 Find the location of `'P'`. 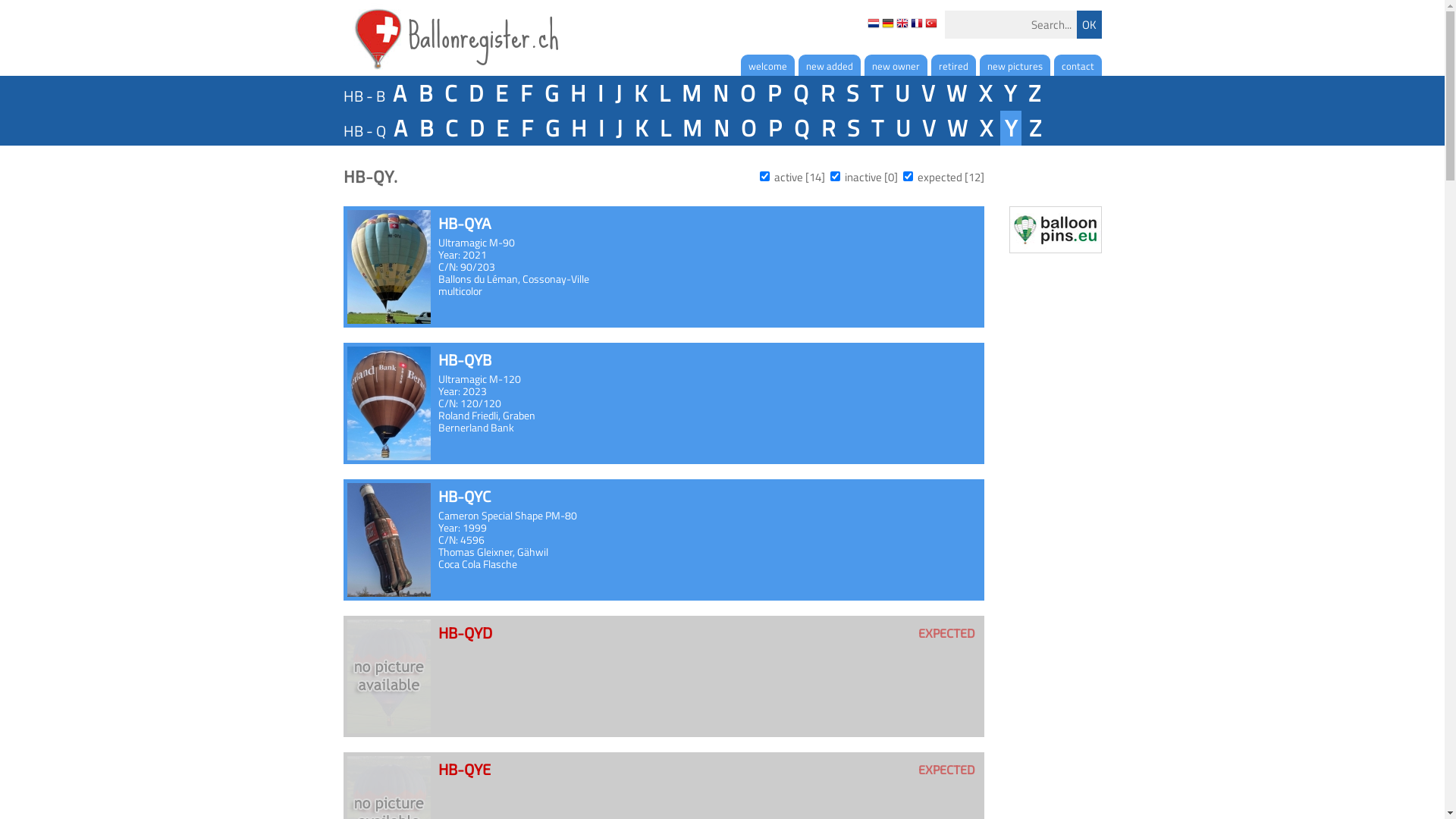

'P' is located at coordinates (774, 93).